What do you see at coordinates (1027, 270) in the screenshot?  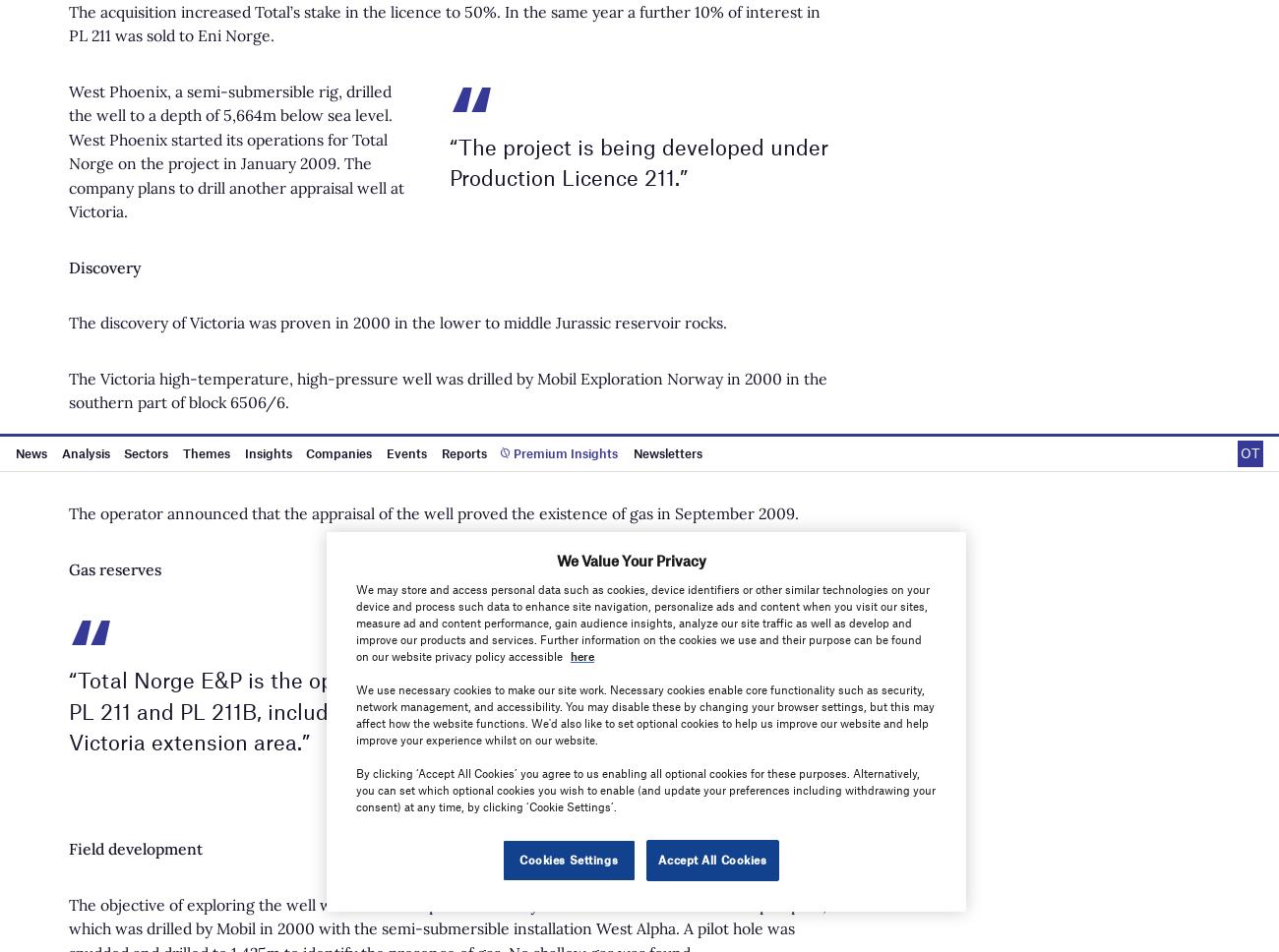 I see `'Sitemap'` at bounding box center [1027, 270].